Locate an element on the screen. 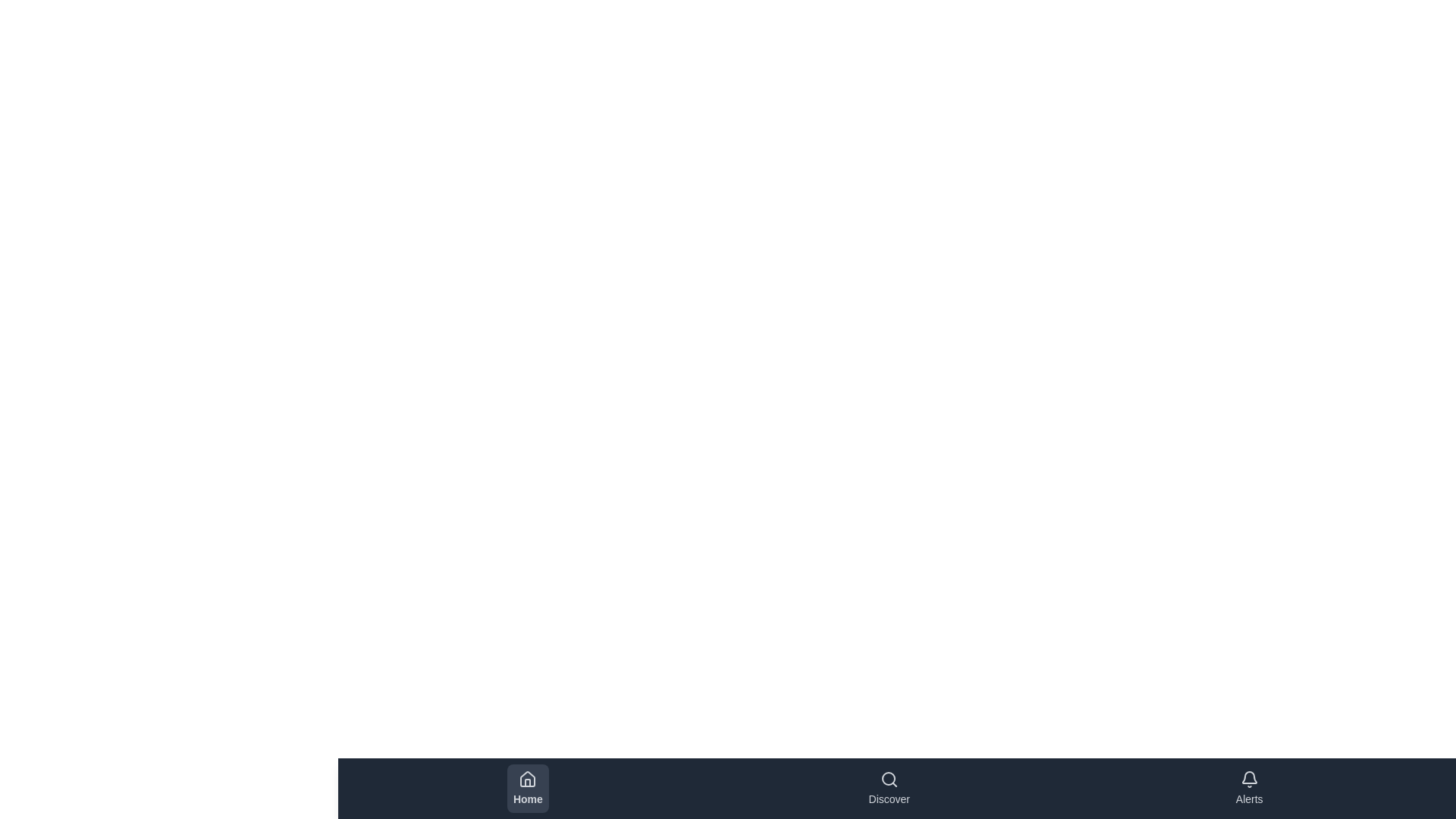  the Home tab to observe its hover effect is located at coordinates (528, 788).